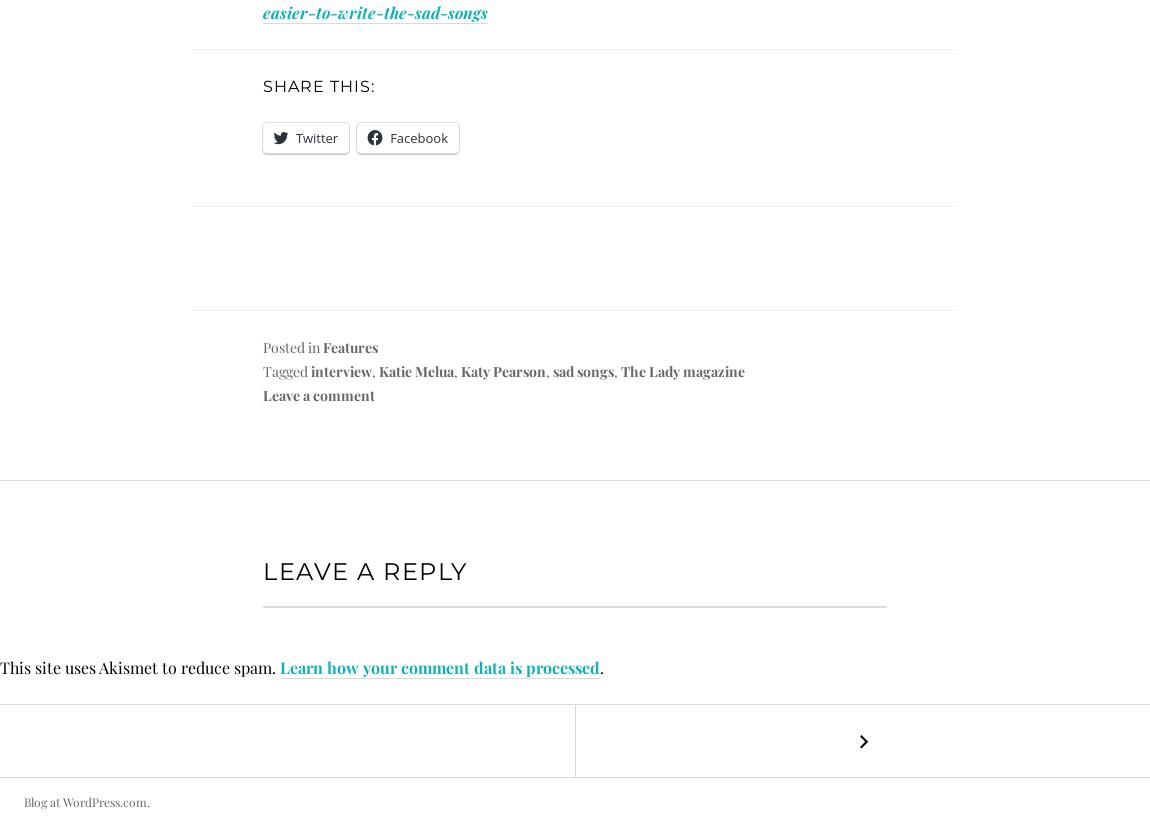 The height and width of the screenshot is (824, 1150). Describe the element at coordinates (293, 346) in the screenshot. I see `'Posted in'` at that location.